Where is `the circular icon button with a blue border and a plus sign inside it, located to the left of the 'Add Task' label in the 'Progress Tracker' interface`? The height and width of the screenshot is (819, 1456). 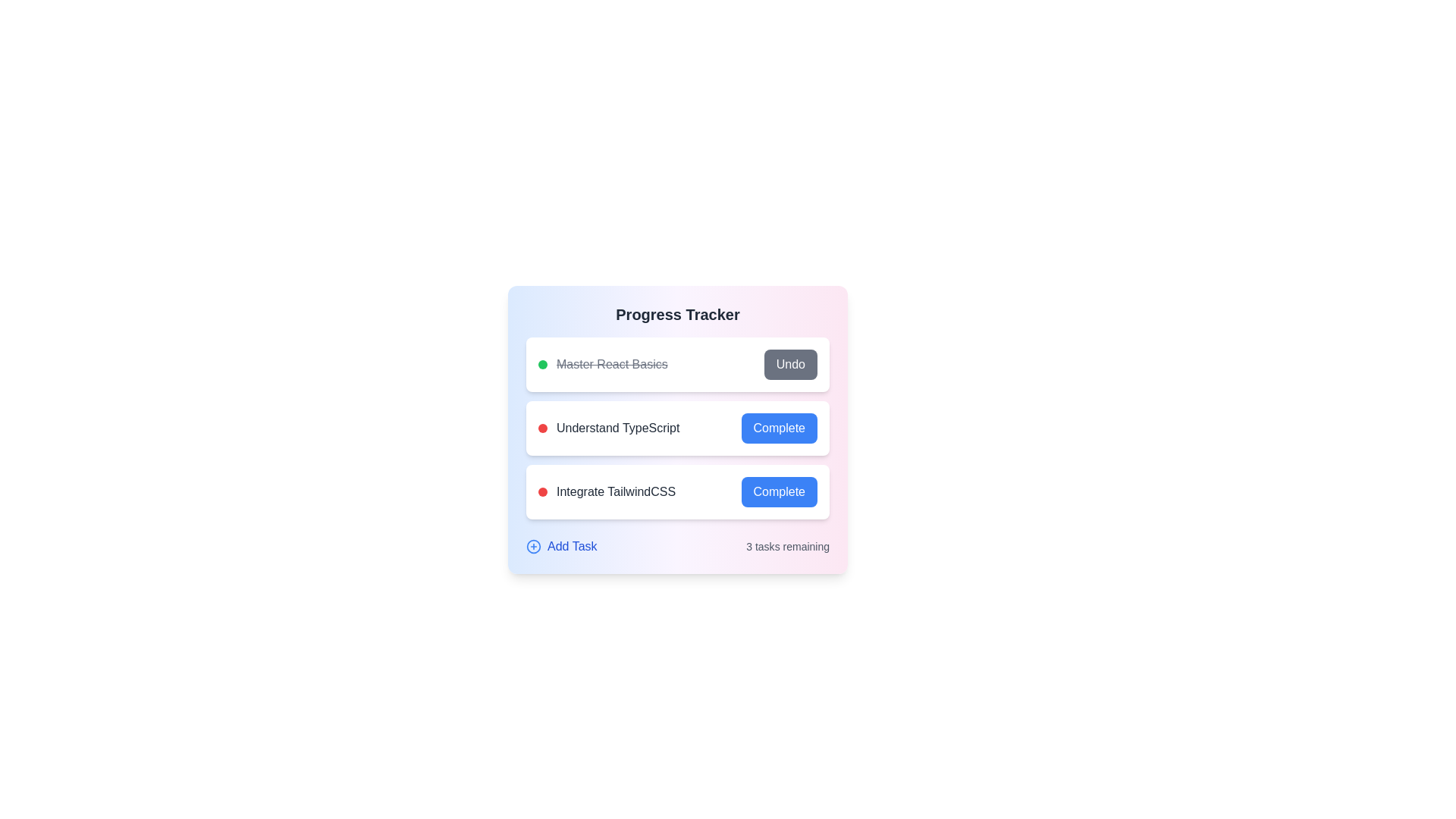
the circular icon button with a blue border and a plus sign inside it, located to the left of the 'Add Task' label in the 'Progress Tracker' interface is located at coordinates (534, 547).